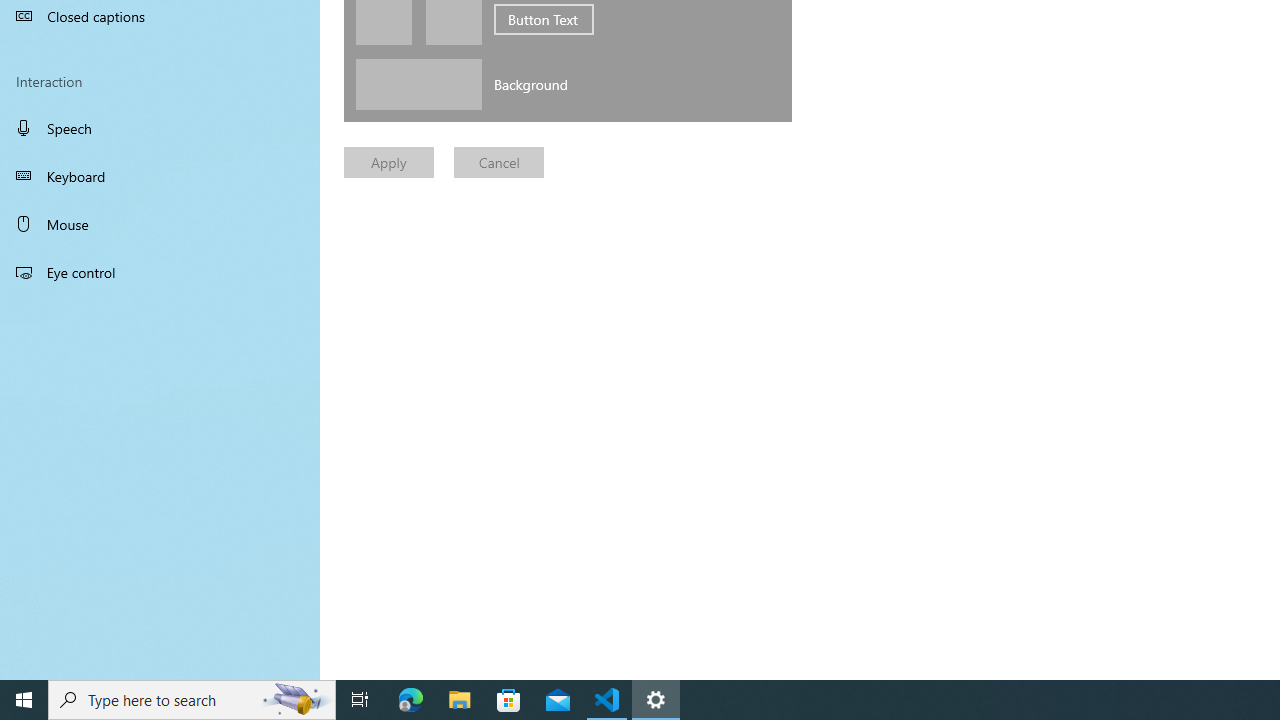  What do you see at coordinates (192, 698) in the screenshot?
I see `'Type here to search'` at bounding box center [192, 698].